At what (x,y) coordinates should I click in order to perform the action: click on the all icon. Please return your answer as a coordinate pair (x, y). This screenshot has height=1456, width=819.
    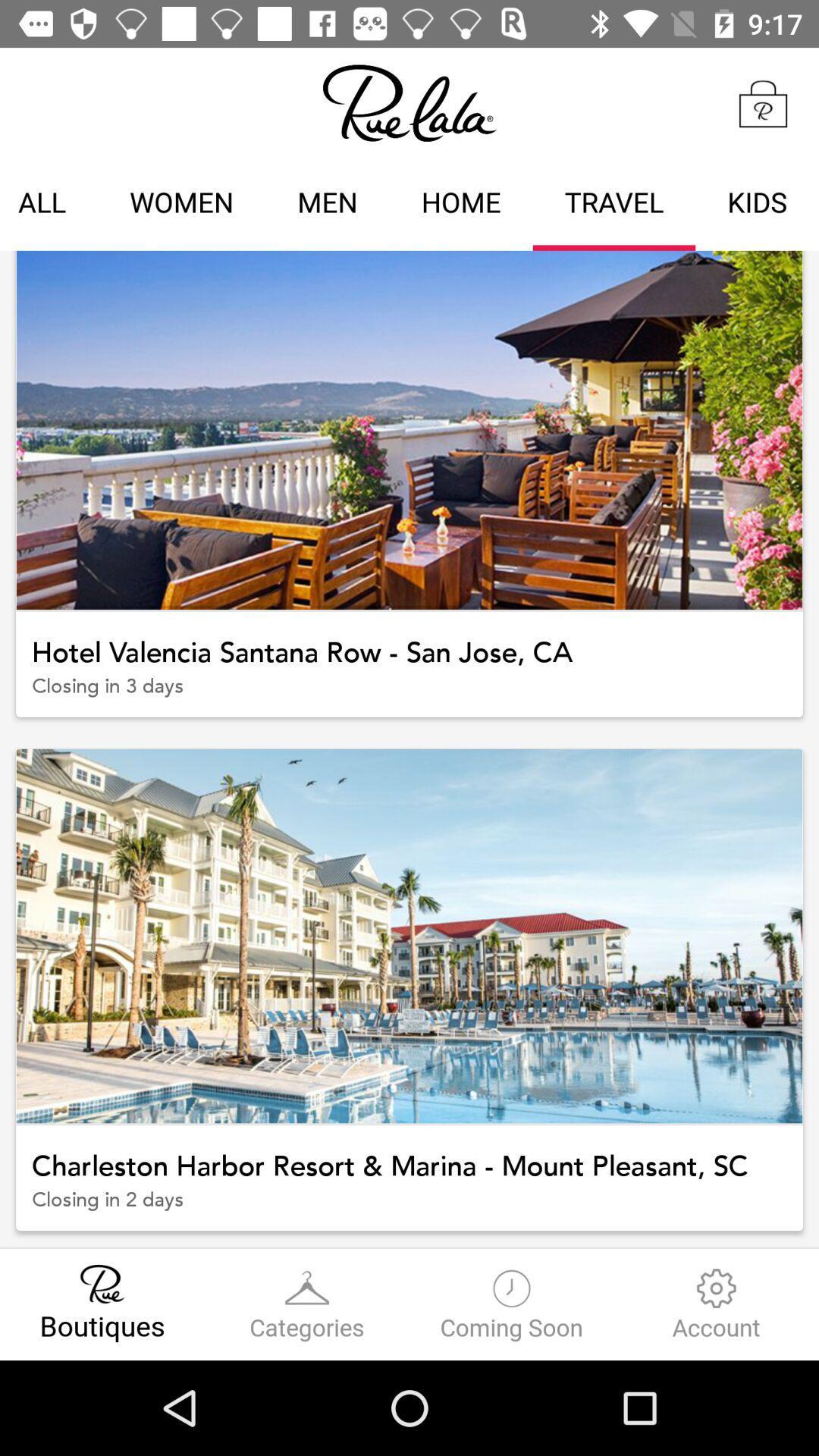
    Looking at the image, I should click on (48, 204).